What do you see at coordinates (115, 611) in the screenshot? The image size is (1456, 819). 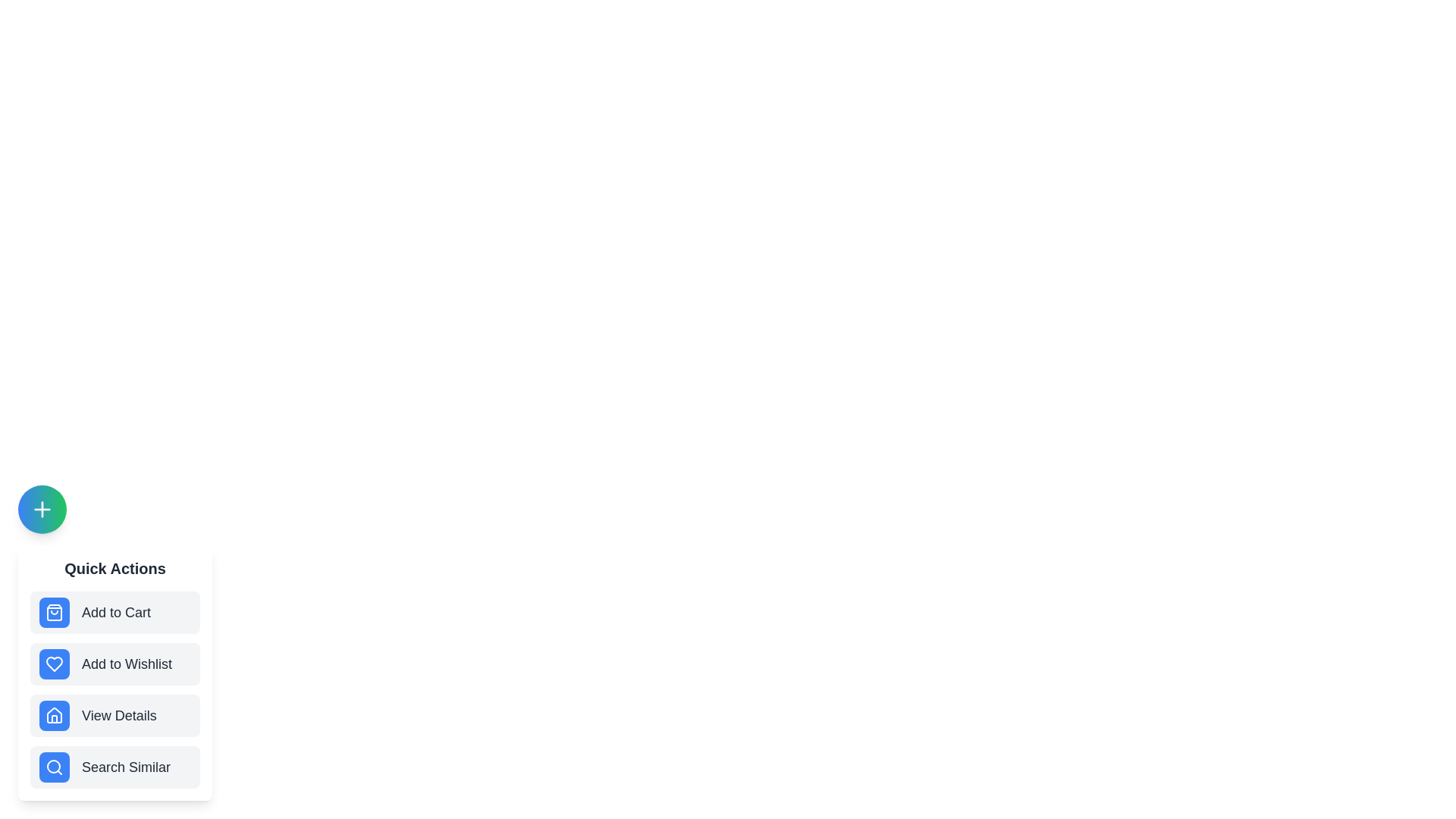 I see `the 'Add to Cart' button` at bounding box center [115, 611].